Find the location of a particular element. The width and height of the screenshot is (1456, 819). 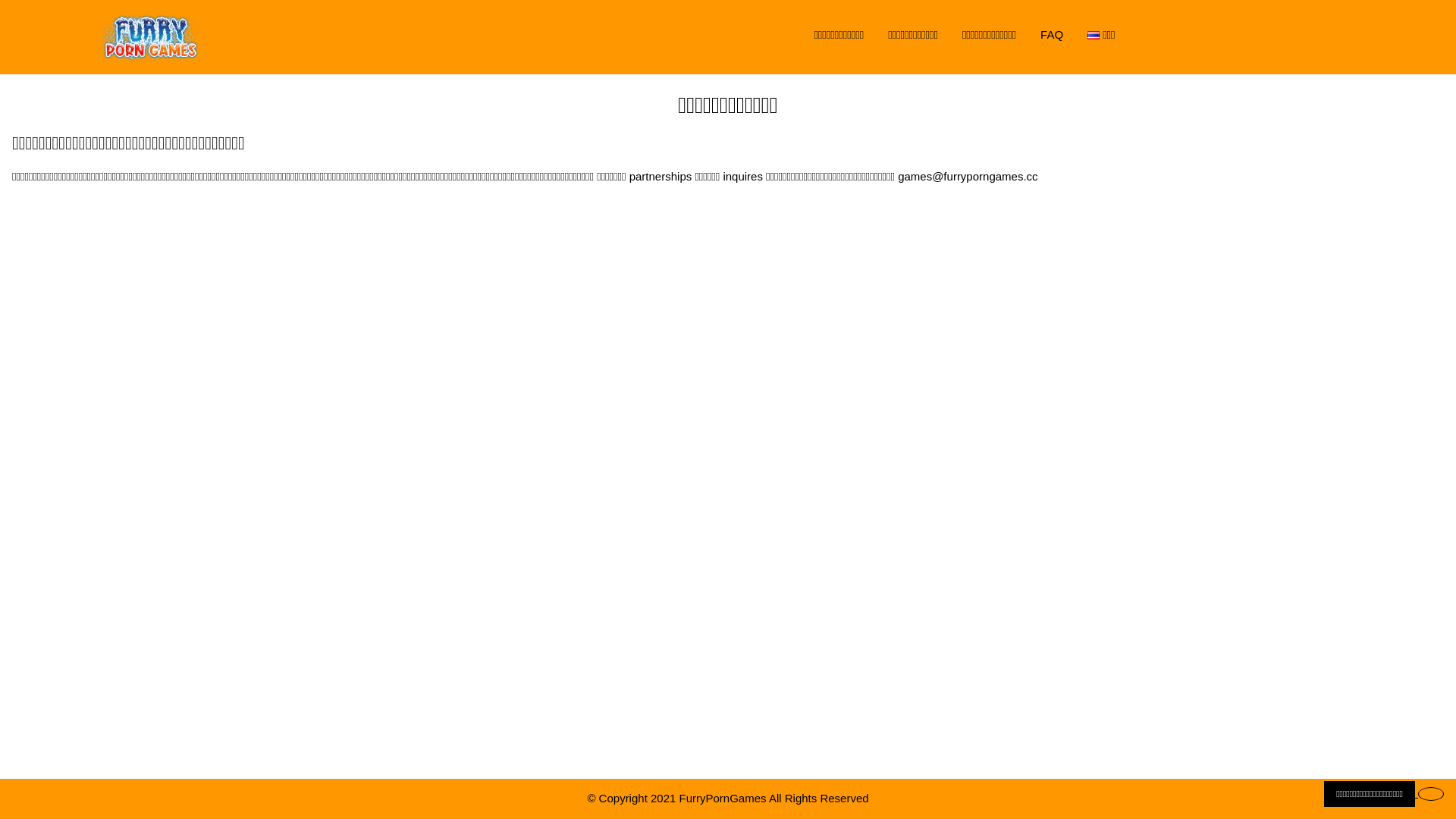

'FAQ' is located at coordinates (1028, 34).